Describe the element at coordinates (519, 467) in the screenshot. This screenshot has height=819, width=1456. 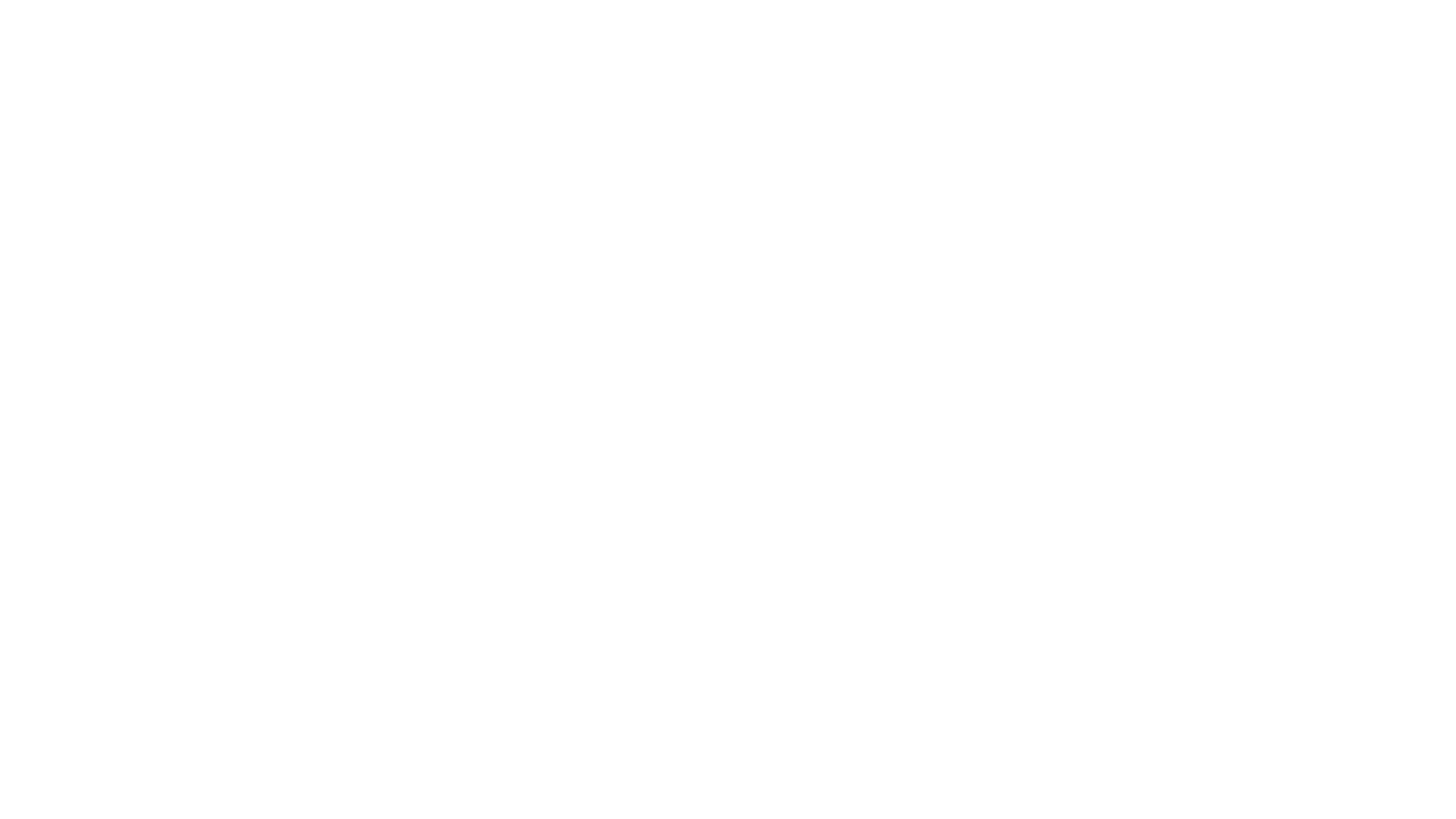
I see `Identita obcana Identita obcana Vyuzijte bankovni identitu, Mobilni klic, NIA ID a jine` at that location.